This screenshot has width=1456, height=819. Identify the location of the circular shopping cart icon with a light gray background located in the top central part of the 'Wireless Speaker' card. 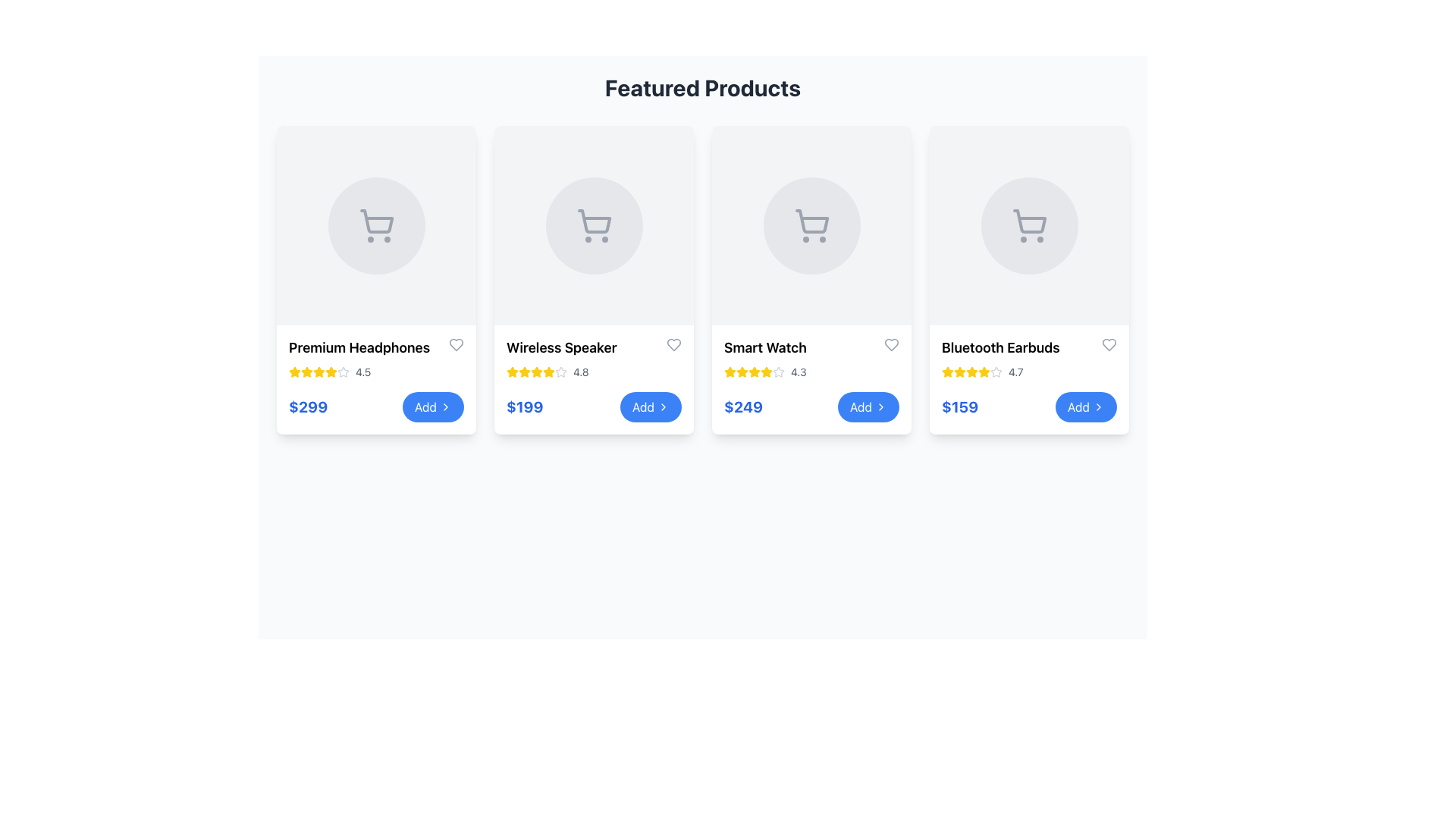
(593, 225).